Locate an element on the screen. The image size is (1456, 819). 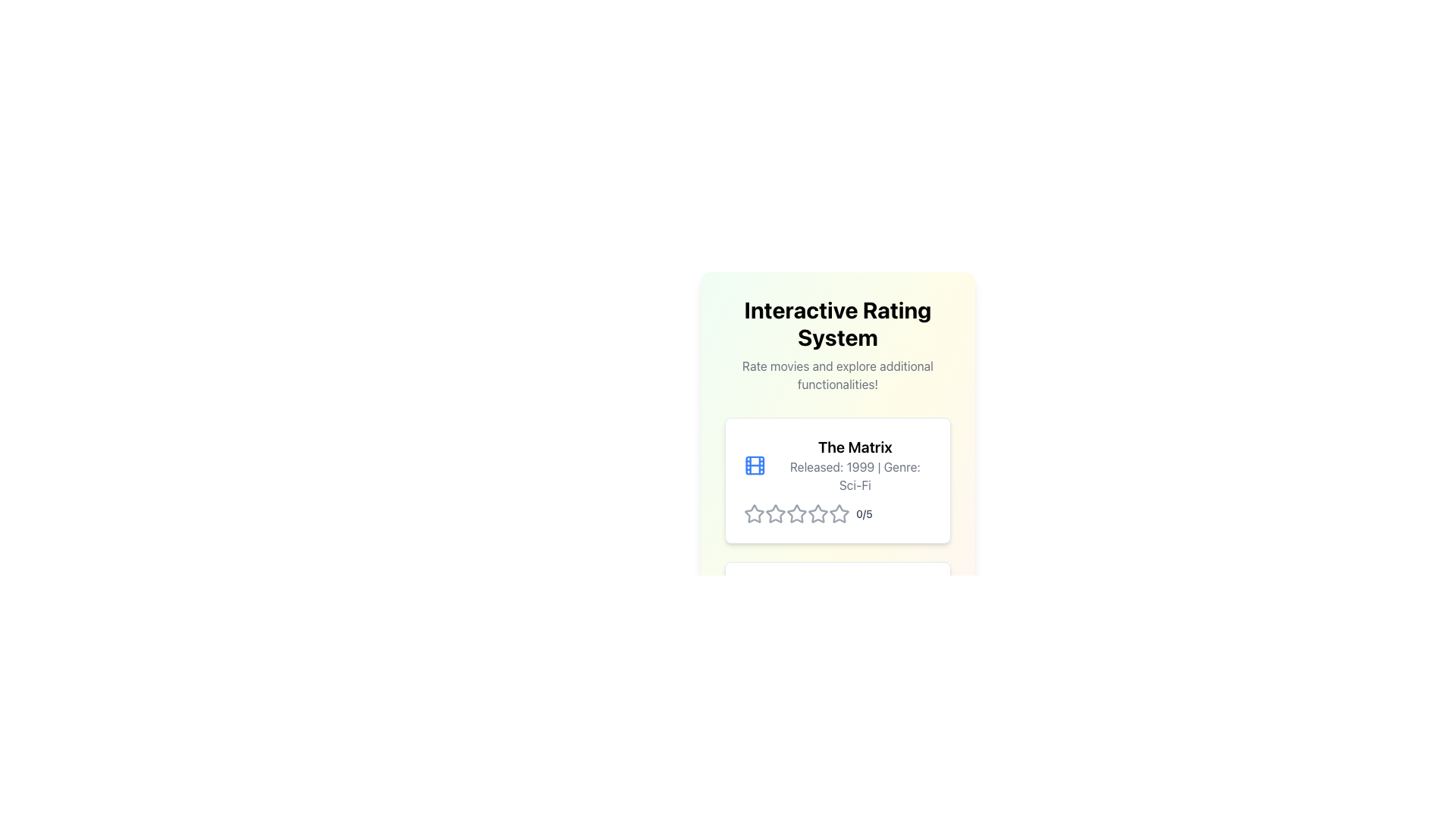
the next section of the movie rating interface by interacting with the header text element, which serves as an introduction and is centrally positioned near the top of the application is located at coordinates (836, 415).